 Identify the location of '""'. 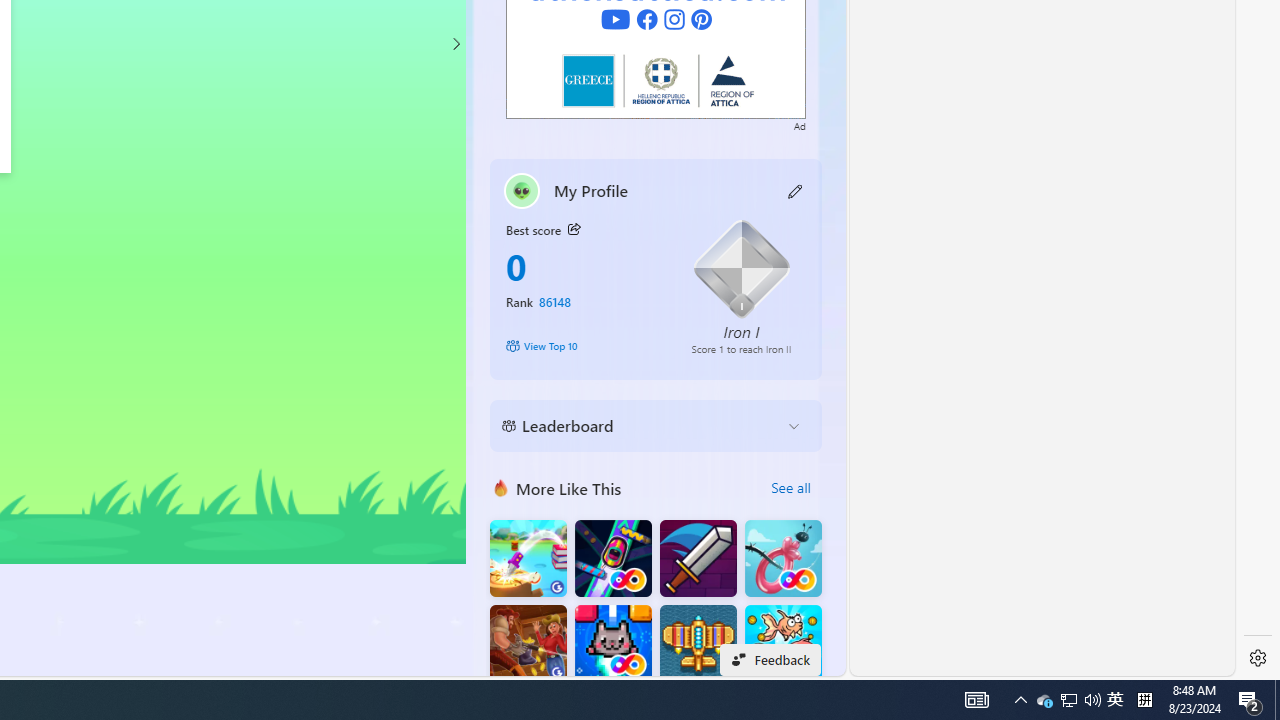
(522, 190).